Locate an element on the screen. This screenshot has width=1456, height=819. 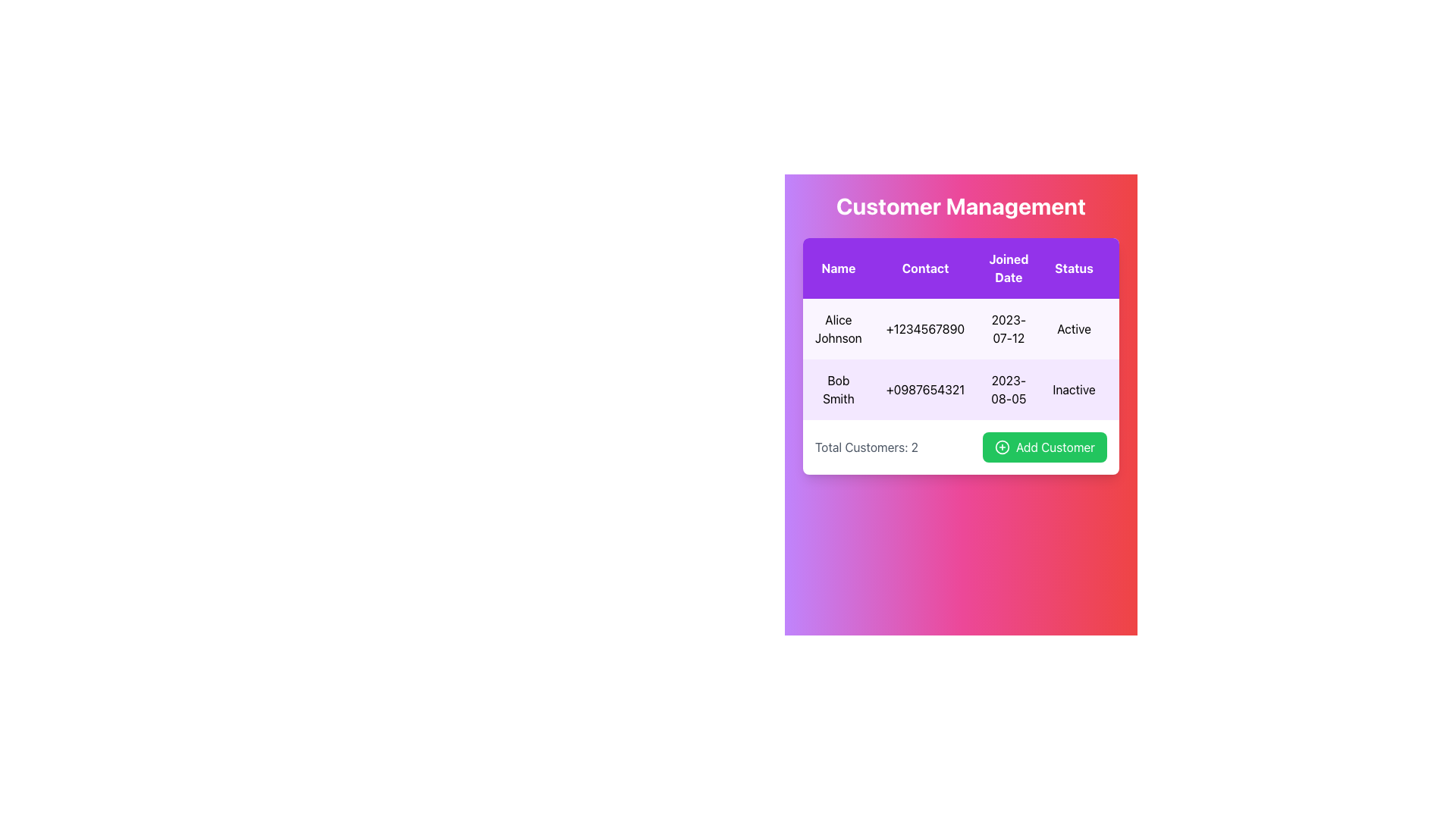
text from the 'Name' text label, which is the first column header in the table with a purple background and white text is located at coordinates (837, 268).